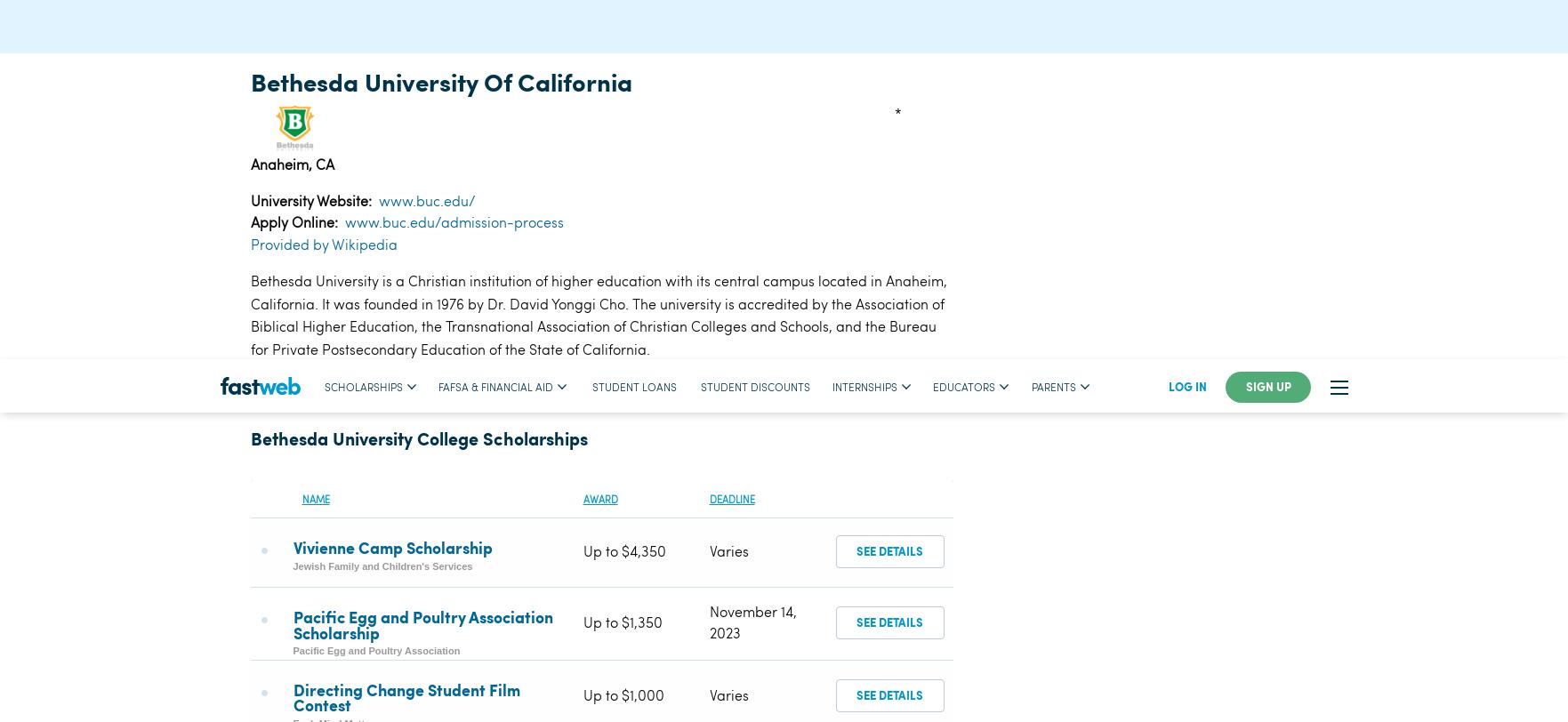 Image resolution: width=1568 pixels, height=722 pixels. Describe the element at coordinates (628, 407) in the screenshot. I see `'100% of tuition'` at that location.